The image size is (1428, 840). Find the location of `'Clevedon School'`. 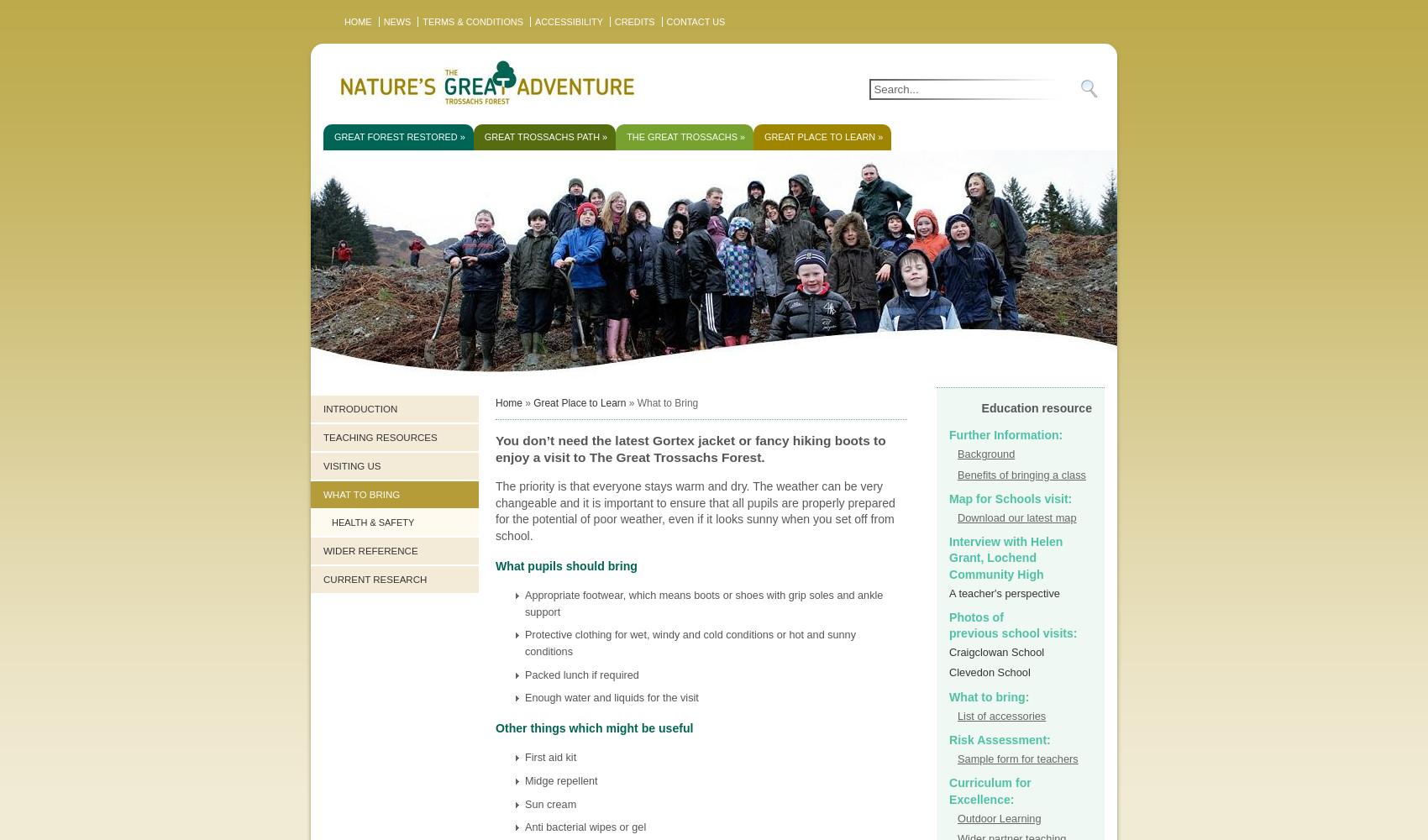

'Clevedon School' is located at coordinates (948, 672).